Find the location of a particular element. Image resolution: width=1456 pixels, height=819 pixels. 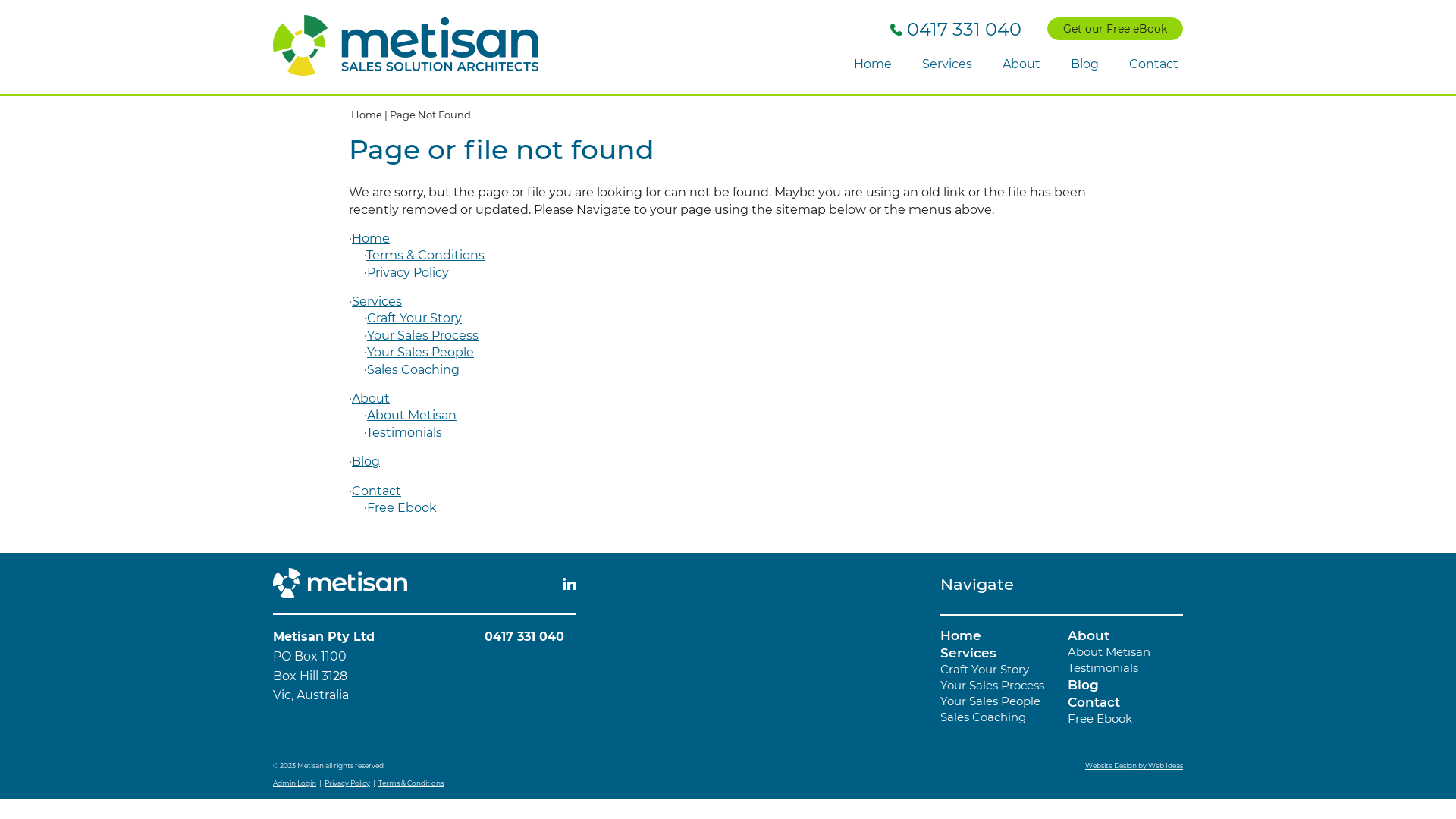

'Your Sales Process' is located at coordinates (992, 685).